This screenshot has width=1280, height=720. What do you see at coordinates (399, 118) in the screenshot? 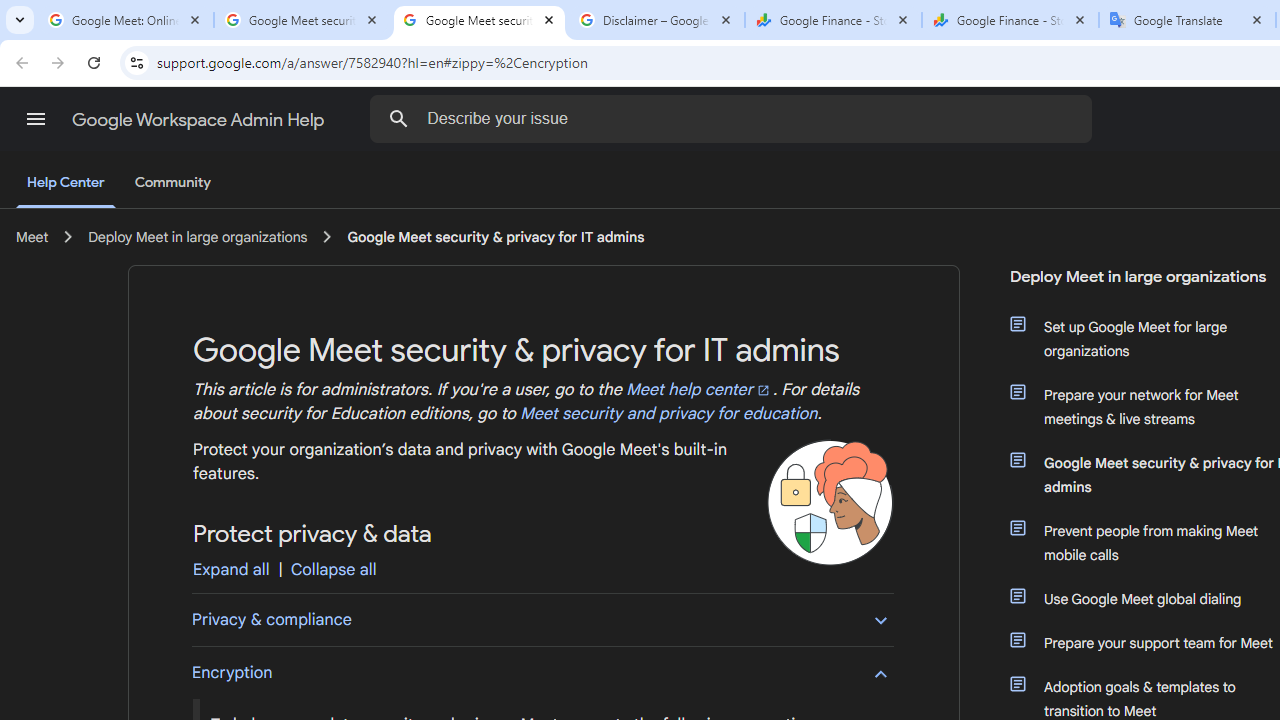
I see `'Search Help Center'` at bounding box center [399, 118].